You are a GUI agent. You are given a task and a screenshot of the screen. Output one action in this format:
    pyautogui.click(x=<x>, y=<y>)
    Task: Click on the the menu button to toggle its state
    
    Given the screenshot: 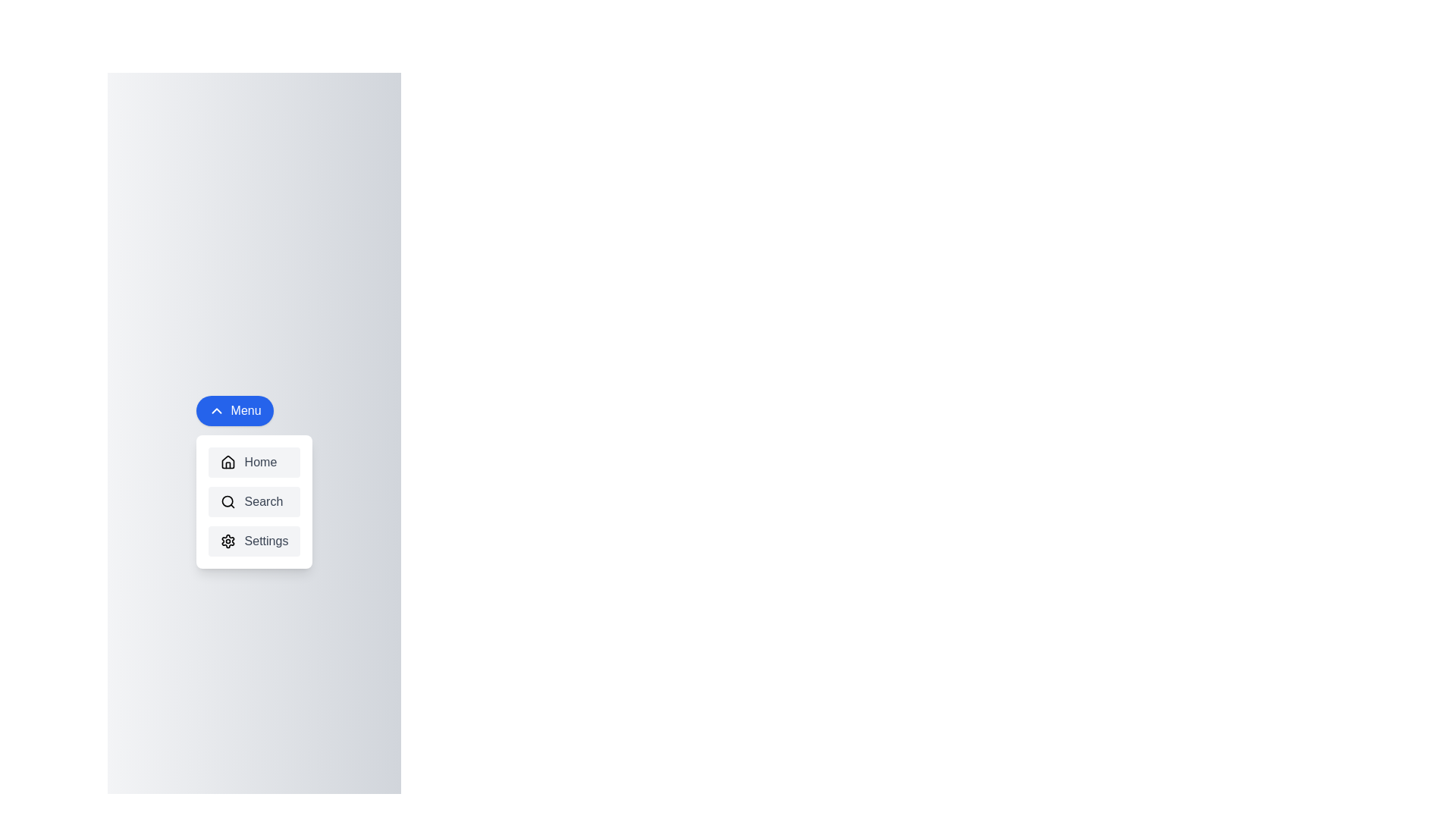 What is the action you would take?
    pyautogui.click(x=234, y=411)
    